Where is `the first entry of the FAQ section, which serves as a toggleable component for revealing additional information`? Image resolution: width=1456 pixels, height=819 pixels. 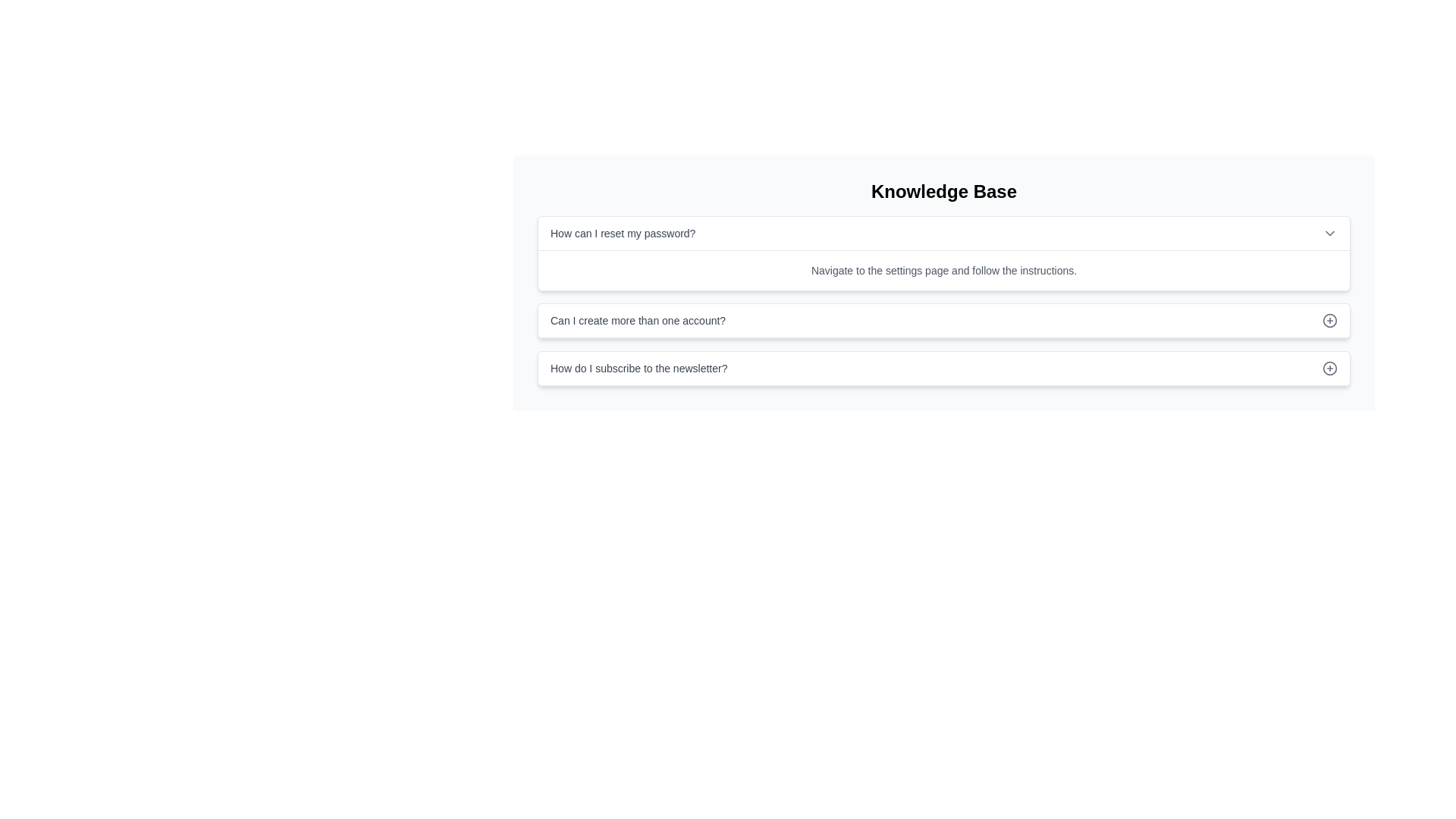 the first entry of the FAQ section, which serves as a toggleable component for revealing additional information is located at coordinates (943, 234).